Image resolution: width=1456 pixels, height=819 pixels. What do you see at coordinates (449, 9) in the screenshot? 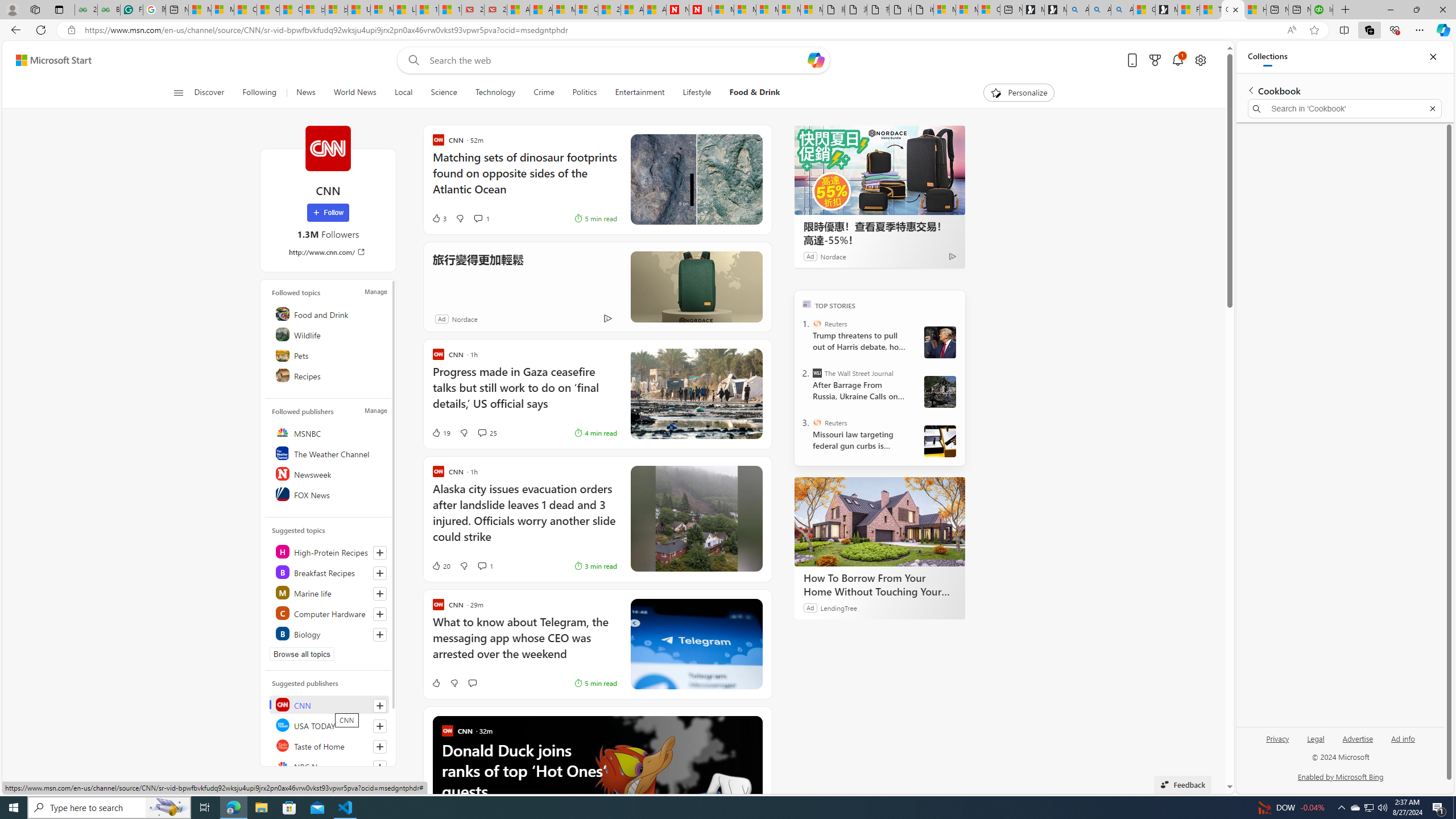
I see `'15 Ways Modern Life Contradicts the Teachings of Jesus'` at bounding box center [449, 9].